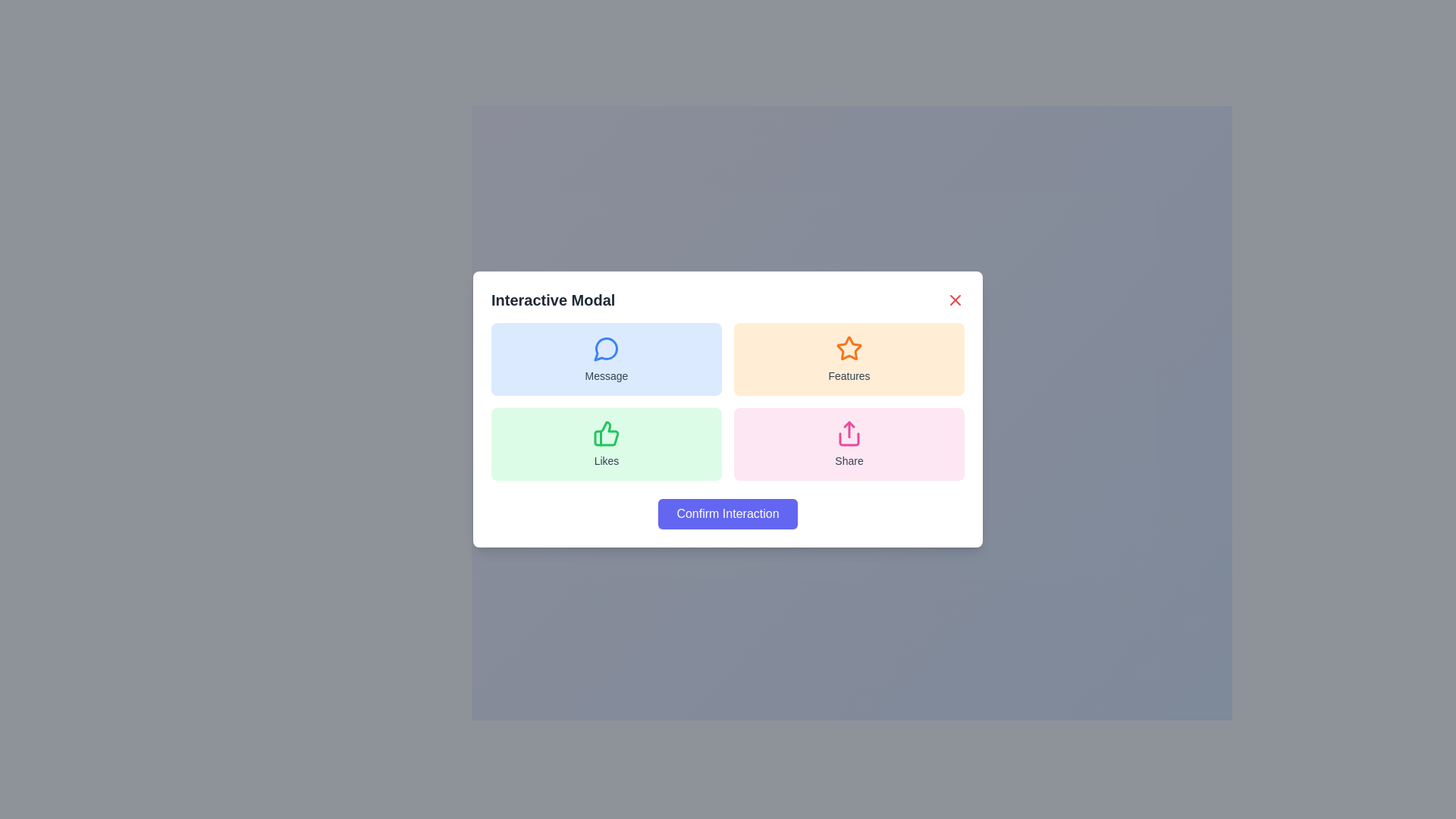 This screenshot has height=819, width=1456. Describe the element at coordinates (848, 348) in the screenshot. I see `the orange star-shaped icon positioned at the top-center of the 'Features' card in the interactive modal` at that location.